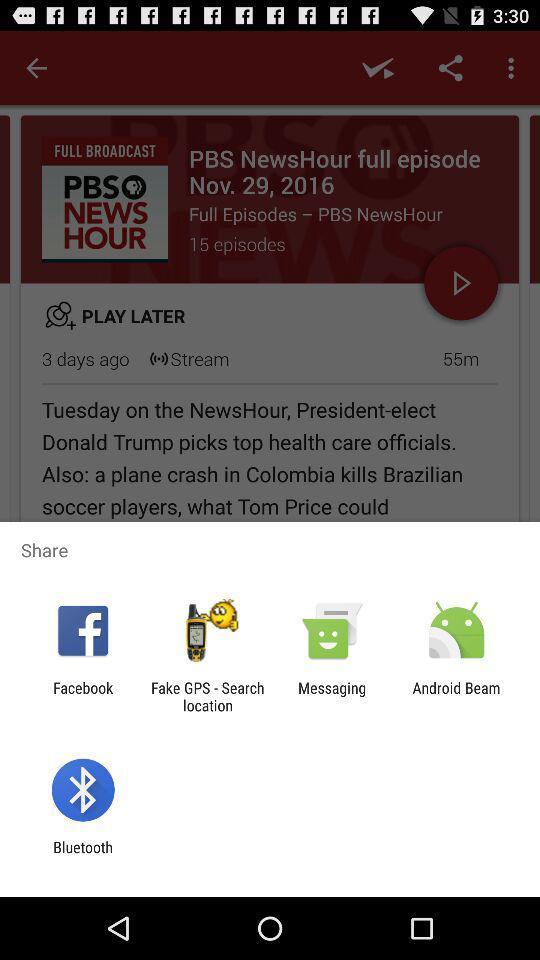 This screenshot has width=540, height=960. Describe the element at coordinates (456, 696) in the screenshot. I see `the android beam item` at that location.